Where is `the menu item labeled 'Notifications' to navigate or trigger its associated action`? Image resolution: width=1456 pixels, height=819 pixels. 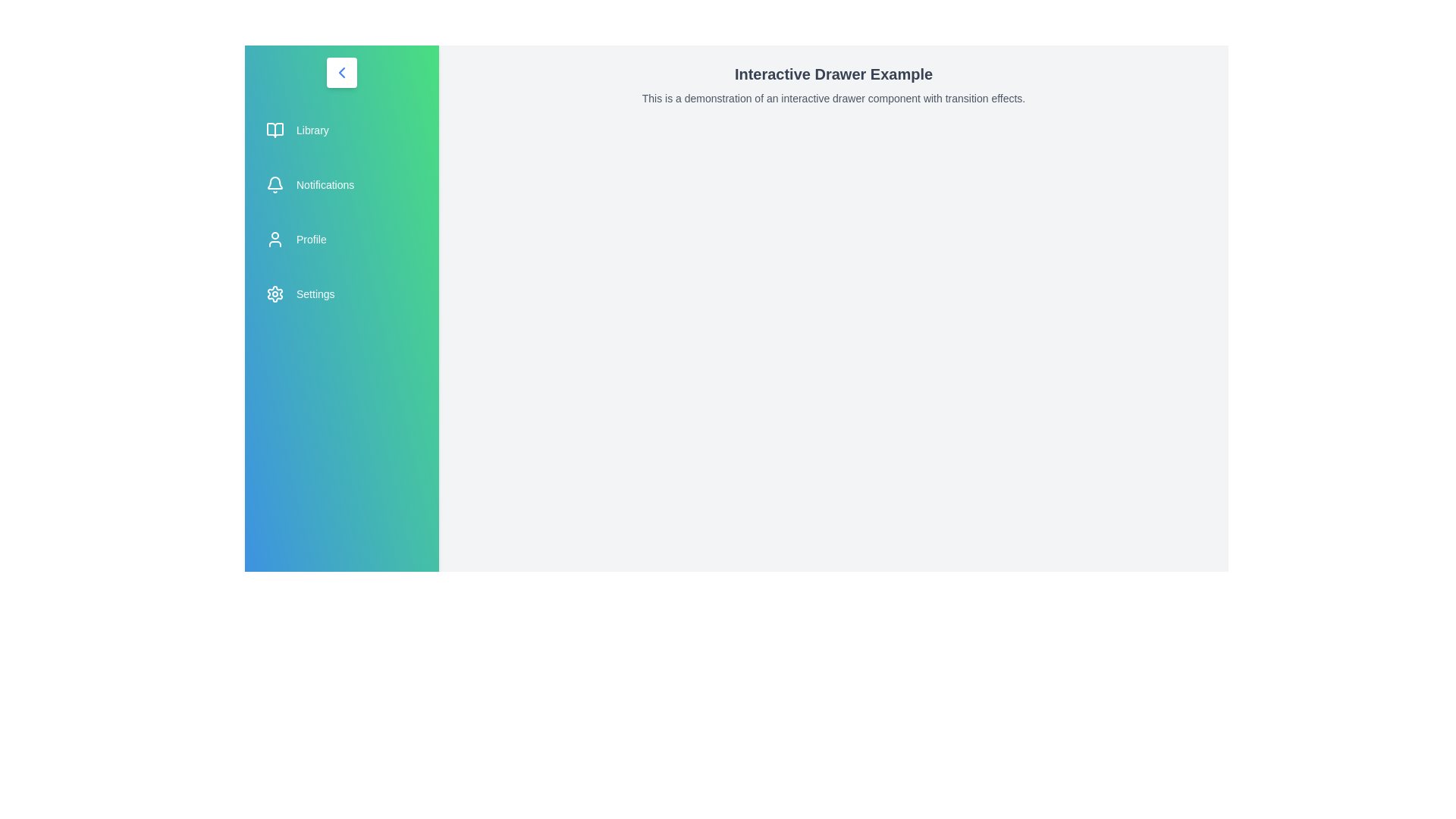
the menu item labeled 'Notifications' to navigate or trigger its associated action is located at coordinates (341, 184).